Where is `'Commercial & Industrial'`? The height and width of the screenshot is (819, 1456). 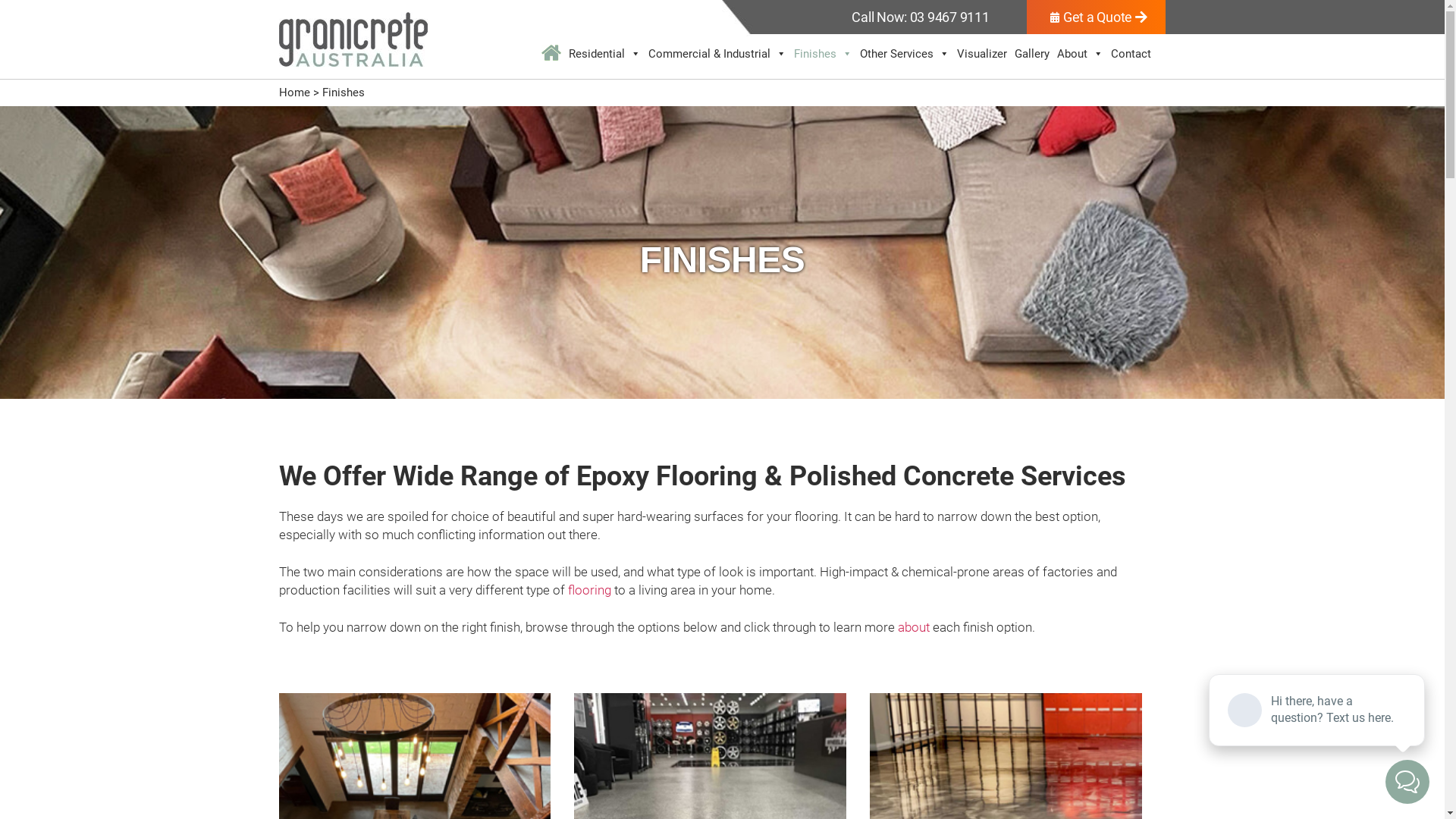 'Commercial & Industrial' is located at coordinates (716, 52).